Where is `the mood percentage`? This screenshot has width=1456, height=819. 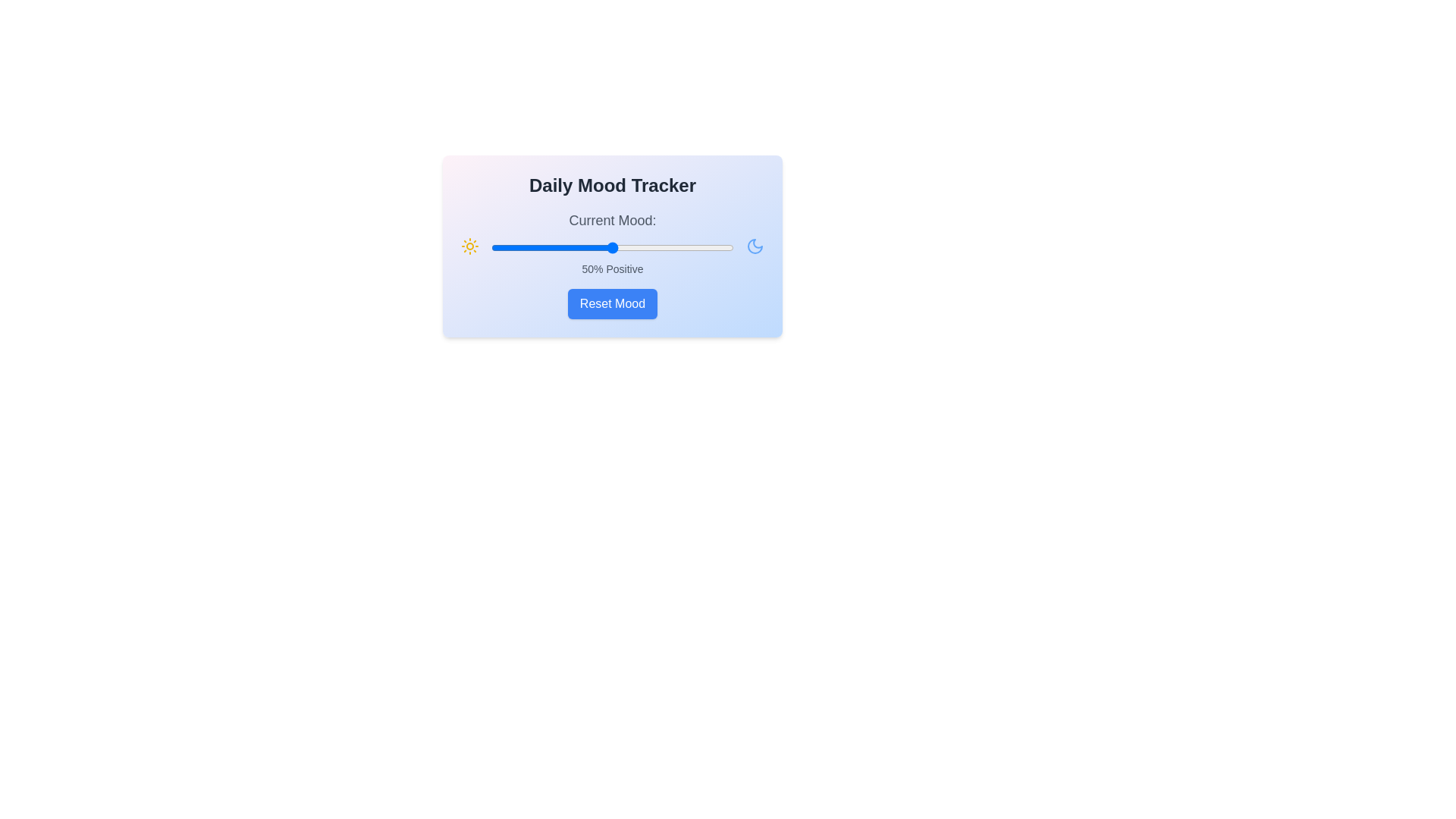 the mood percentage is located at coordinates (646, 247).